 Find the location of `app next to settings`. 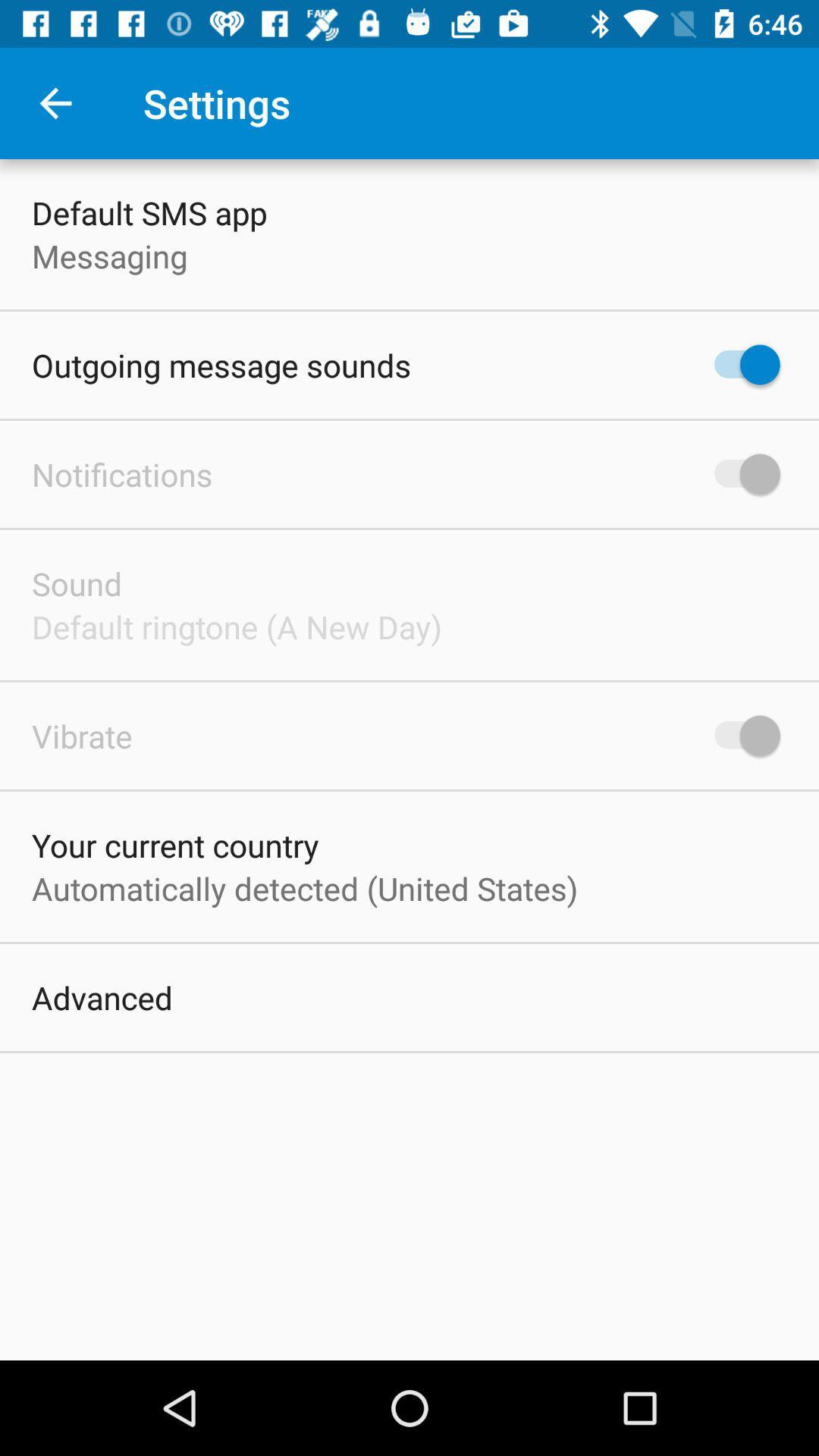

app next to settings is located at coordinates (55, 102).